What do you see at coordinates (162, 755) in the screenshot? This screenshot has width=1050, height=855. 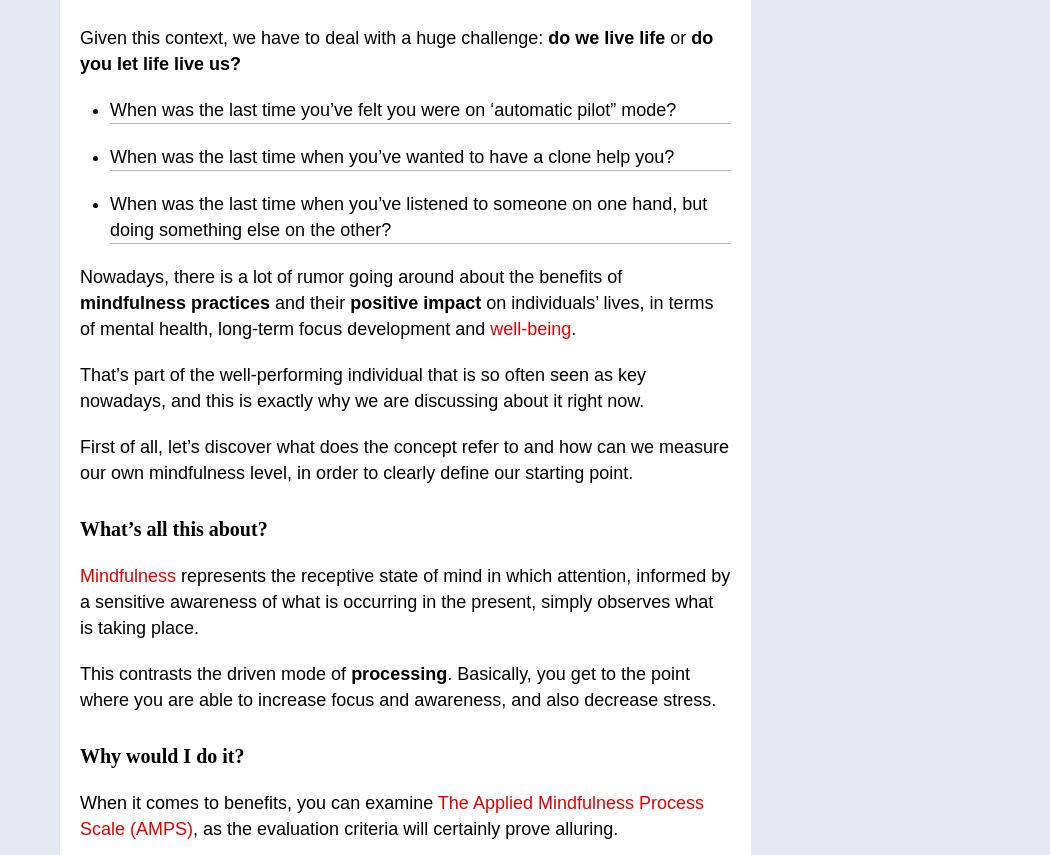 I see `'Why would I do it?'` at bounding box center [162, 755].